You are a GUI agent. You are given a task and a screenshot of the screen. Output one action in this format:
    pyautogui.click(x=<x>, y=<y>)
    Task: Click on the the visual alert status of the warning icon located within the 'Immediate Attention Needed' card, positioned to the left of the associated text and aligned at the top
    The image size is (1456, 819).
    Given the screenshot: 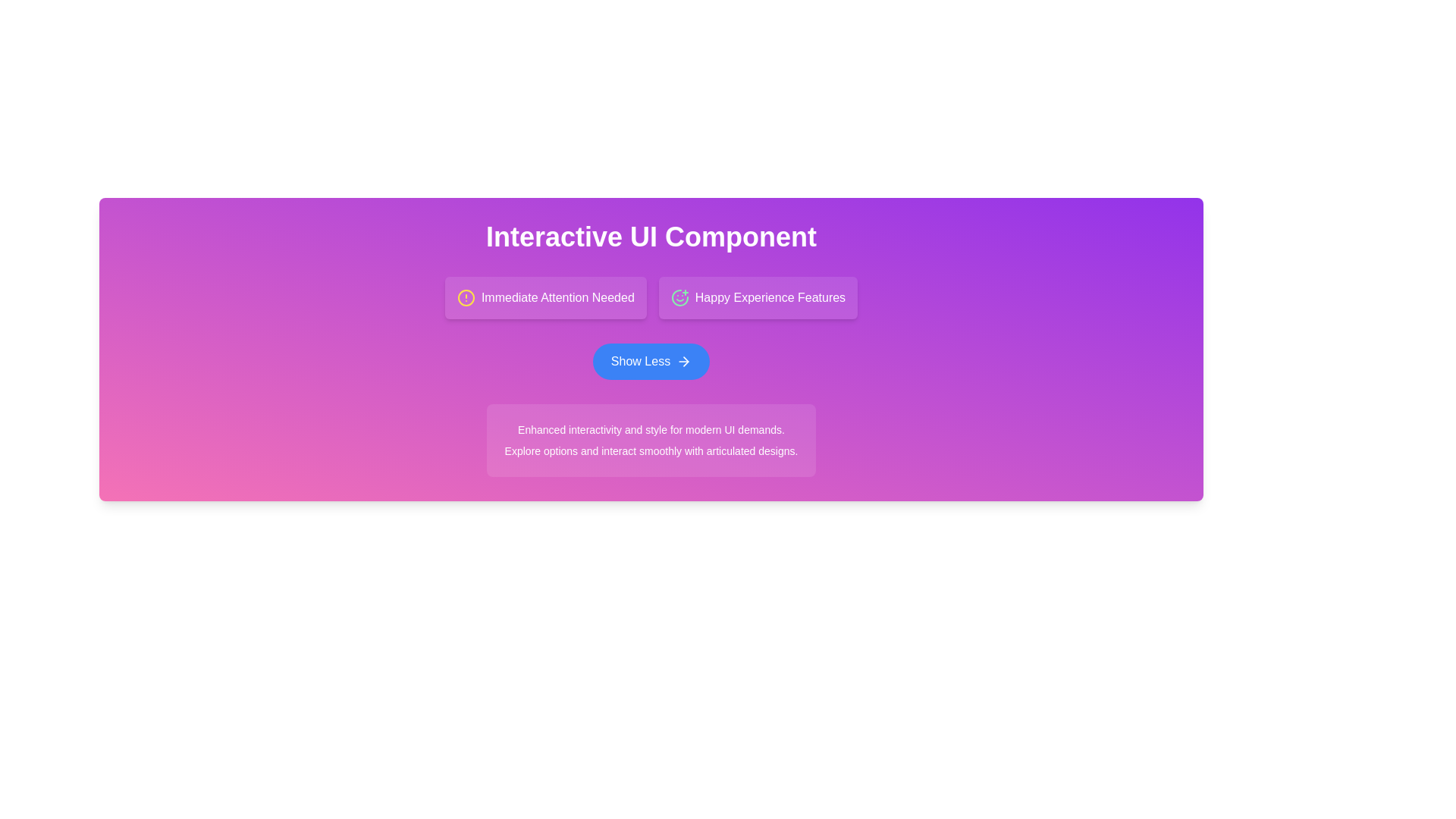 What is the action you would take?
    pyautogui.click(x=465, y=298)
    